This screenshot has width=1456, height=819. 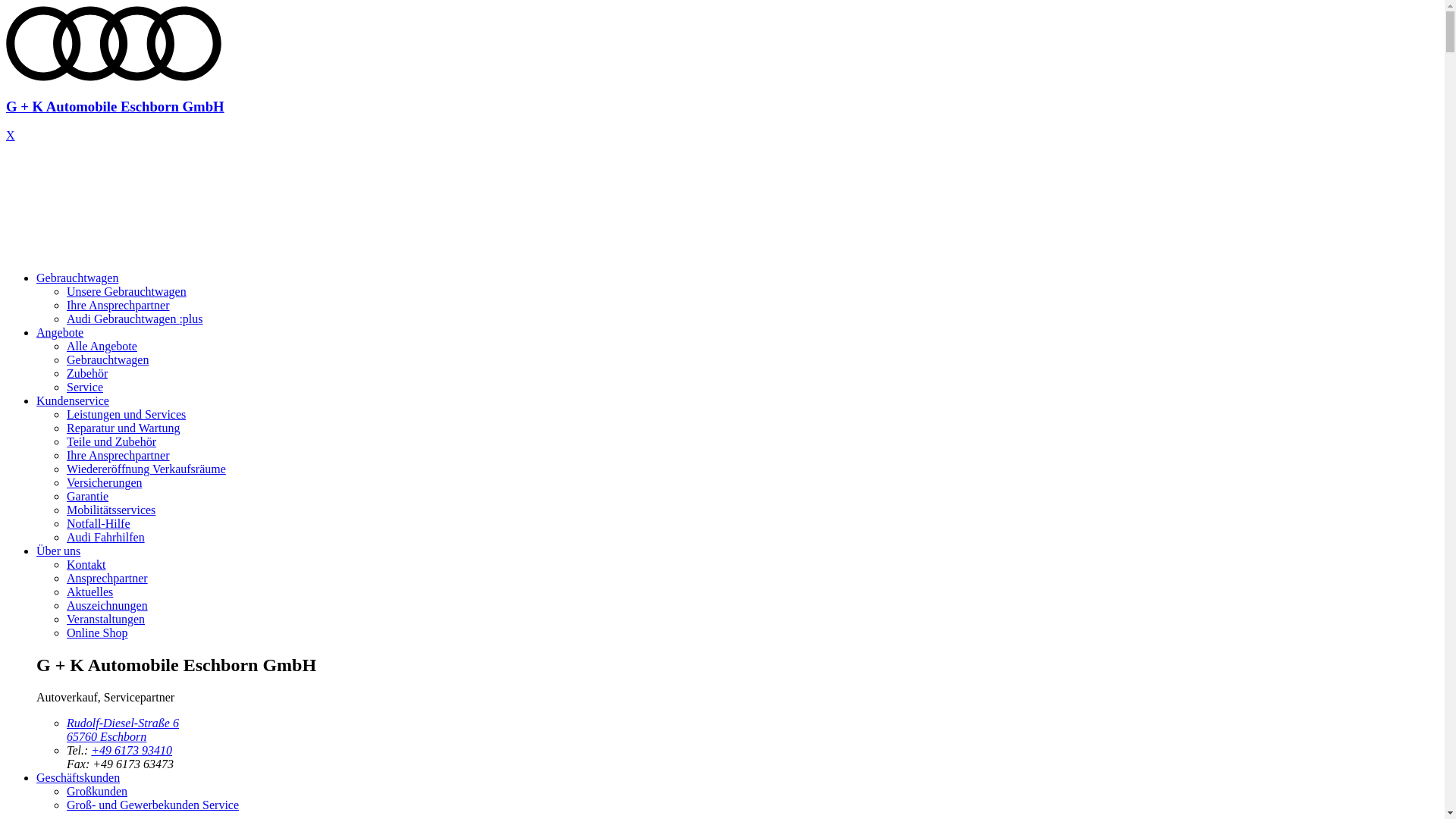 What do you see at coordinates (123, 428) in the screenshot?
I see `'Reparatur und Wartung'` at bounding box center [123, 428].